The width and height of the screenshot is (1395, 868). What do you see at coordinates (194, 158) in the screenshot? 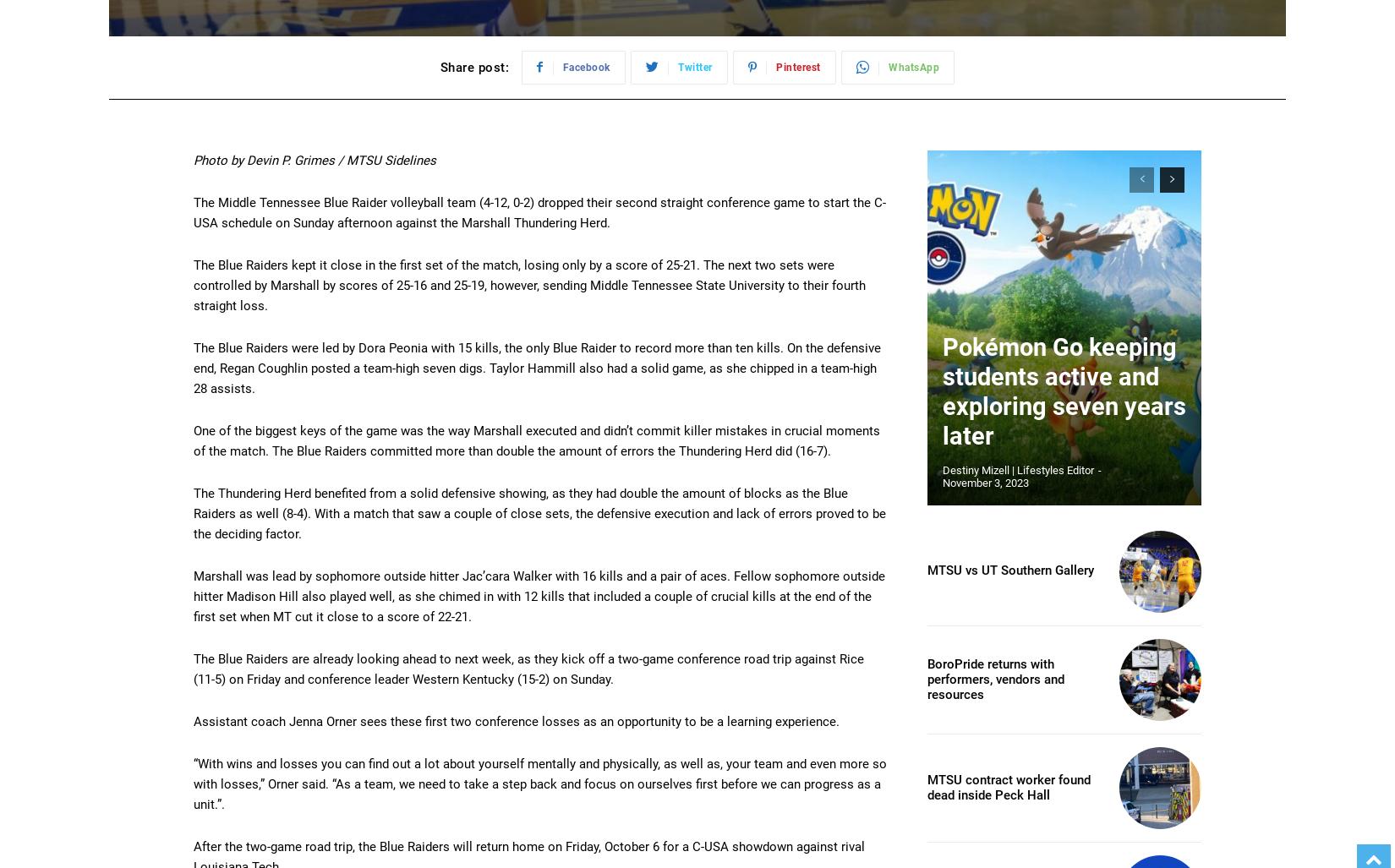
I see `'Photo by Devin P. Grimes / MTSU Sidelines'` at bounding box center [194, 158].